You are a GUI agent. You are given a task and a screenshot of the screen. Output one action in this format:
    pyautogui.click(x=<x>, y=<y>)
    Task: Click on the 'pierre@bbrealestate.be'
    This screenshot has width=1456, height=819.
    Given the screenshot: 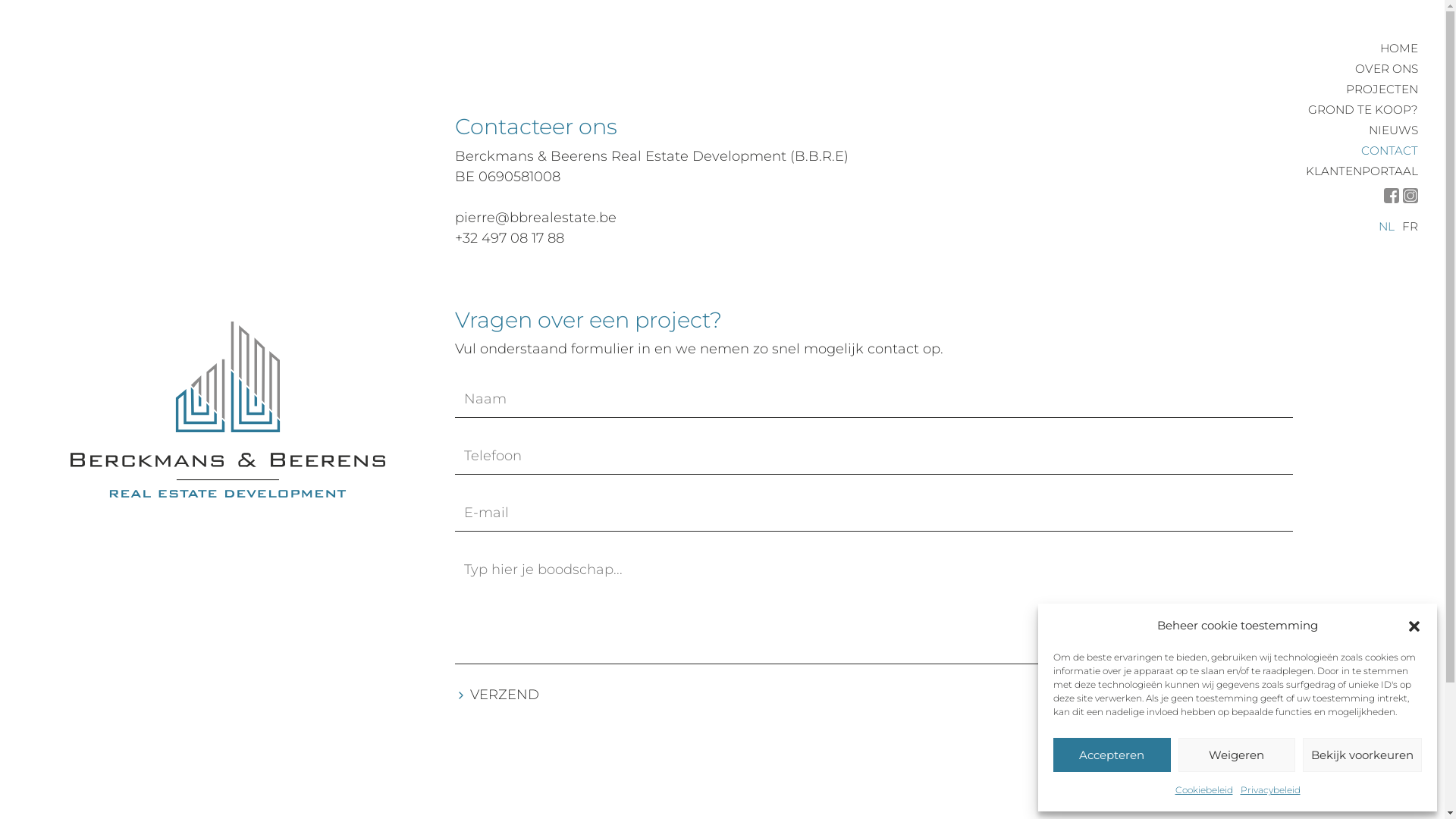 What is the action you would take?
    pyautogui.click(x=535, y=217)
    